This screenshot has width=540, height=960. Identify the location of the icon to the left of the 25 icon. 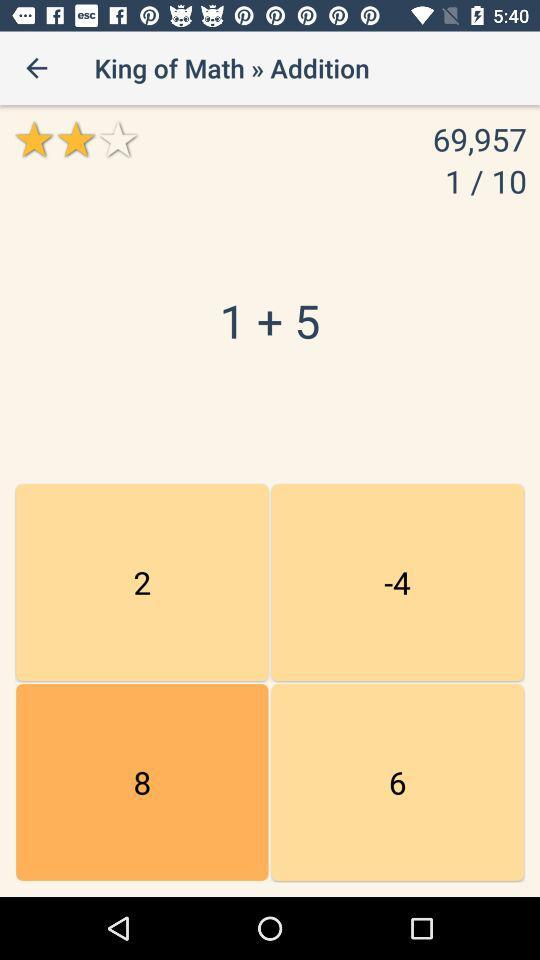
(141, 782).